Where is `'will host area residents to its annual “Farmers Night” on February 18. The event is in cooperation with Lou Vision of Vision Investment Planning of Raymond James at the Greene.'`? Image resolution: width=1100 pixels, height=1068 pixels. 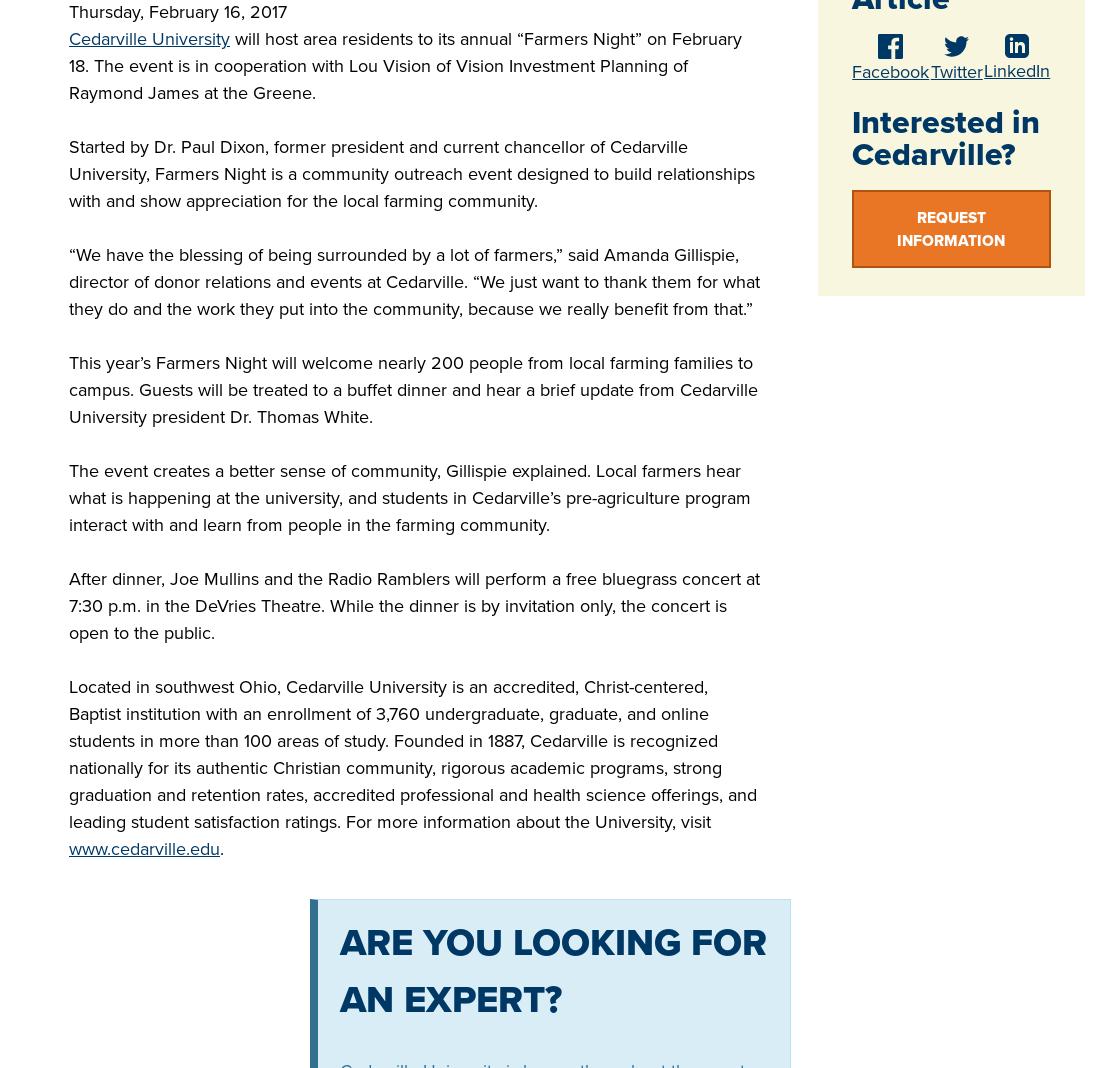
'will host area residents to its annual “Farmers Night” on February 18. The event is in cooperation with Lou Vision of Vision Investment Planning of Raymond James at the Greene.' is located at coordinates (405, 65).